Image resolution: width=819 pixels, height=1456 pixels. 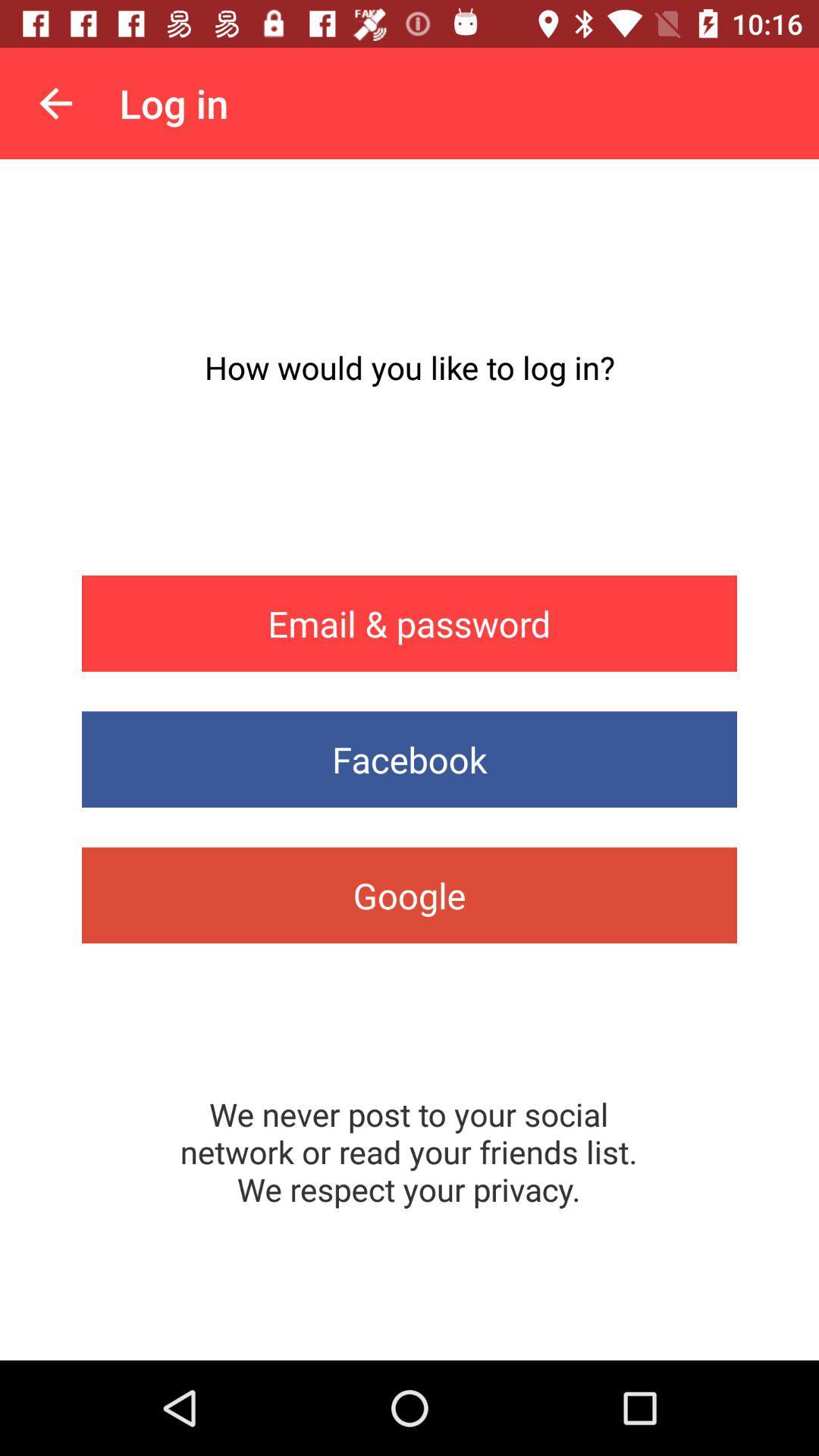 What do you see at coordinates (409, 623) in the screenshot?
I see `the email & password` at bounding box center [409, 623].